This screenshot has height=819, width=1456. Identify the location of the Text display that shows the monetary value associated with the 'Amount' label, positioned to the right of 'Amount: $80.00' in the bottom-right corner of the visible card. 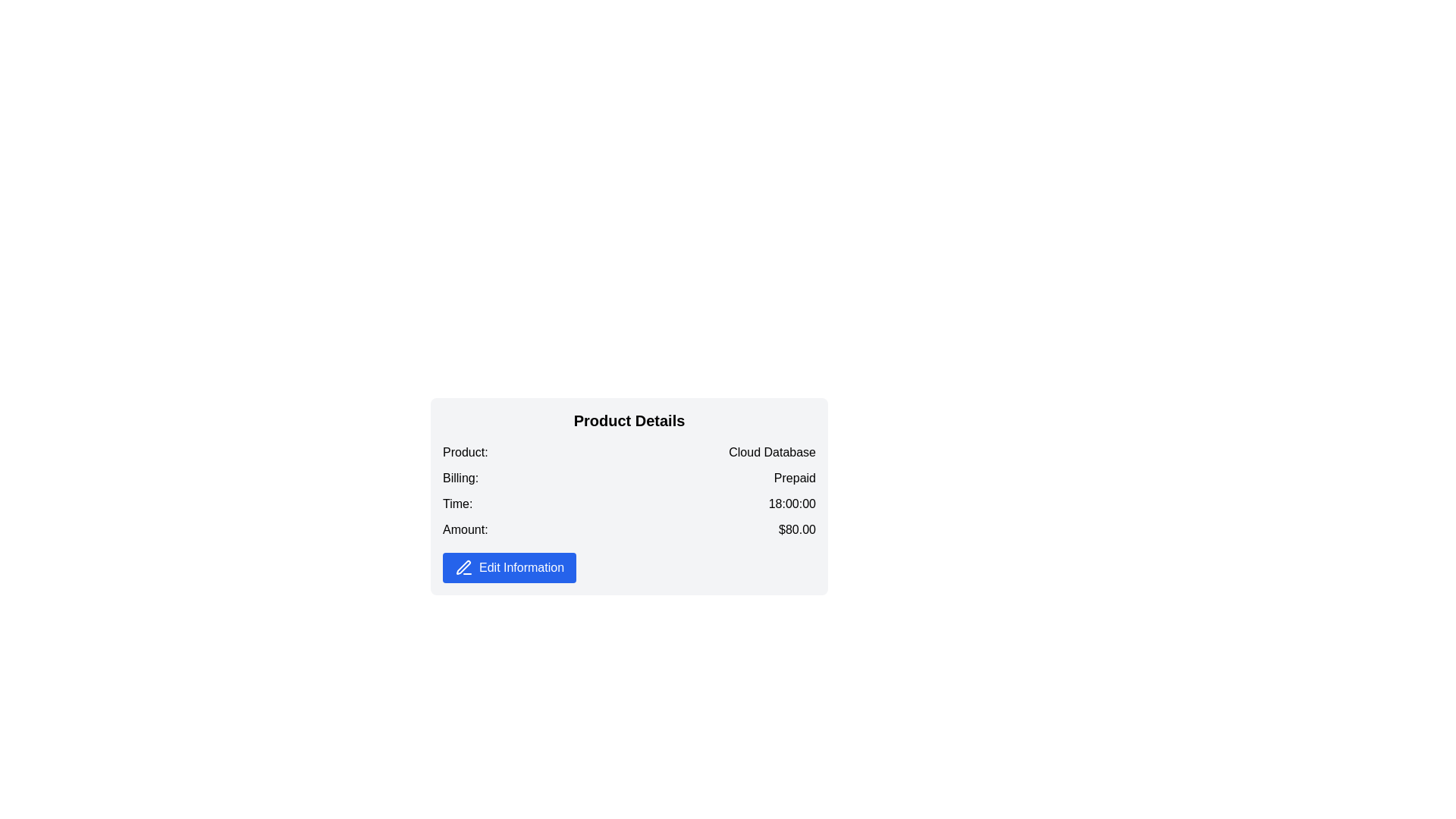
(796, 529).